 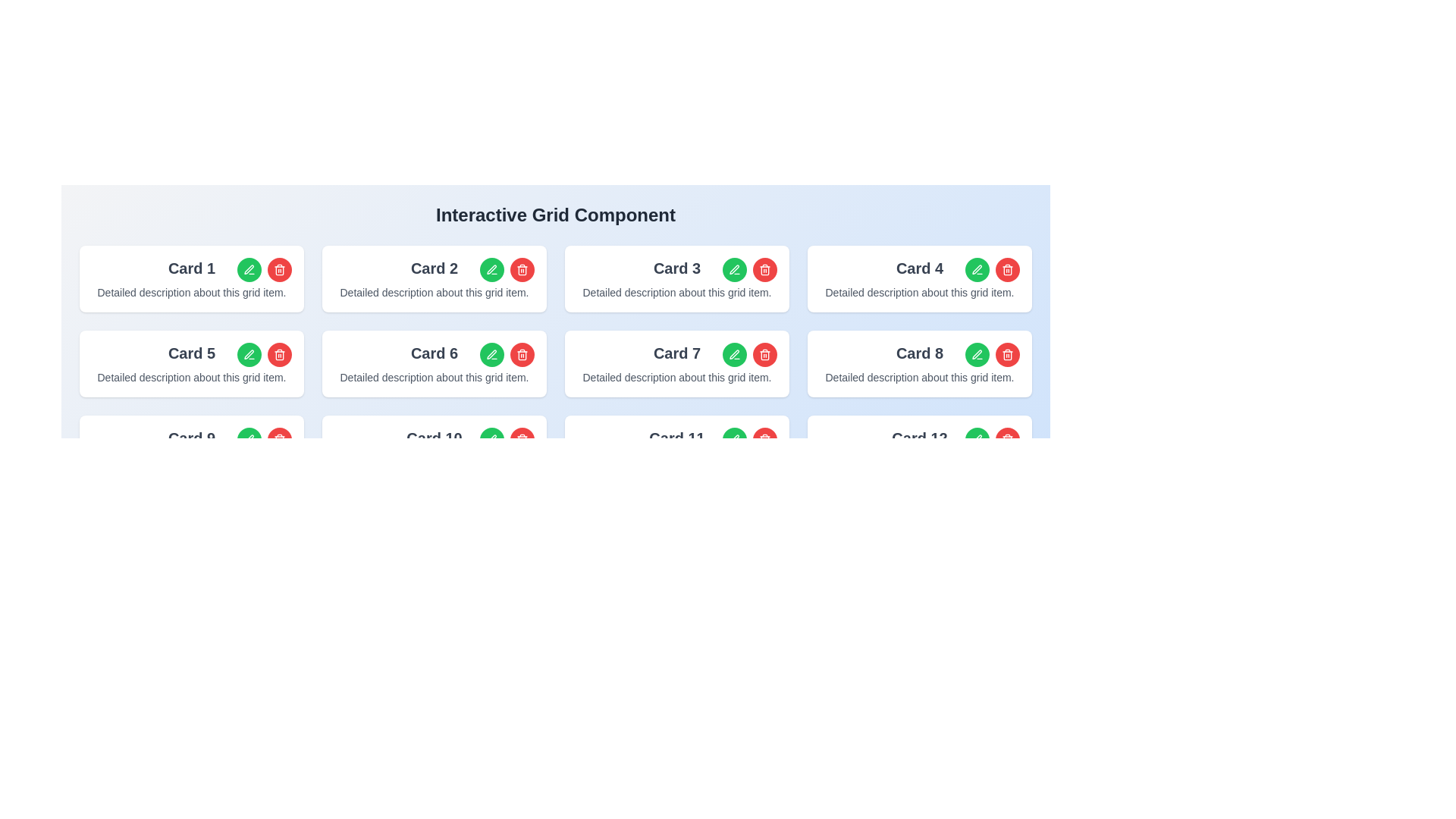 What do you see at coordinates (491, 439) in the screenshot?
I see `the edit icon, which is a small graphic resembling a pen, located to the left of the delete icon in the button group for 'Card 10'` at bounding box center [491, 439].